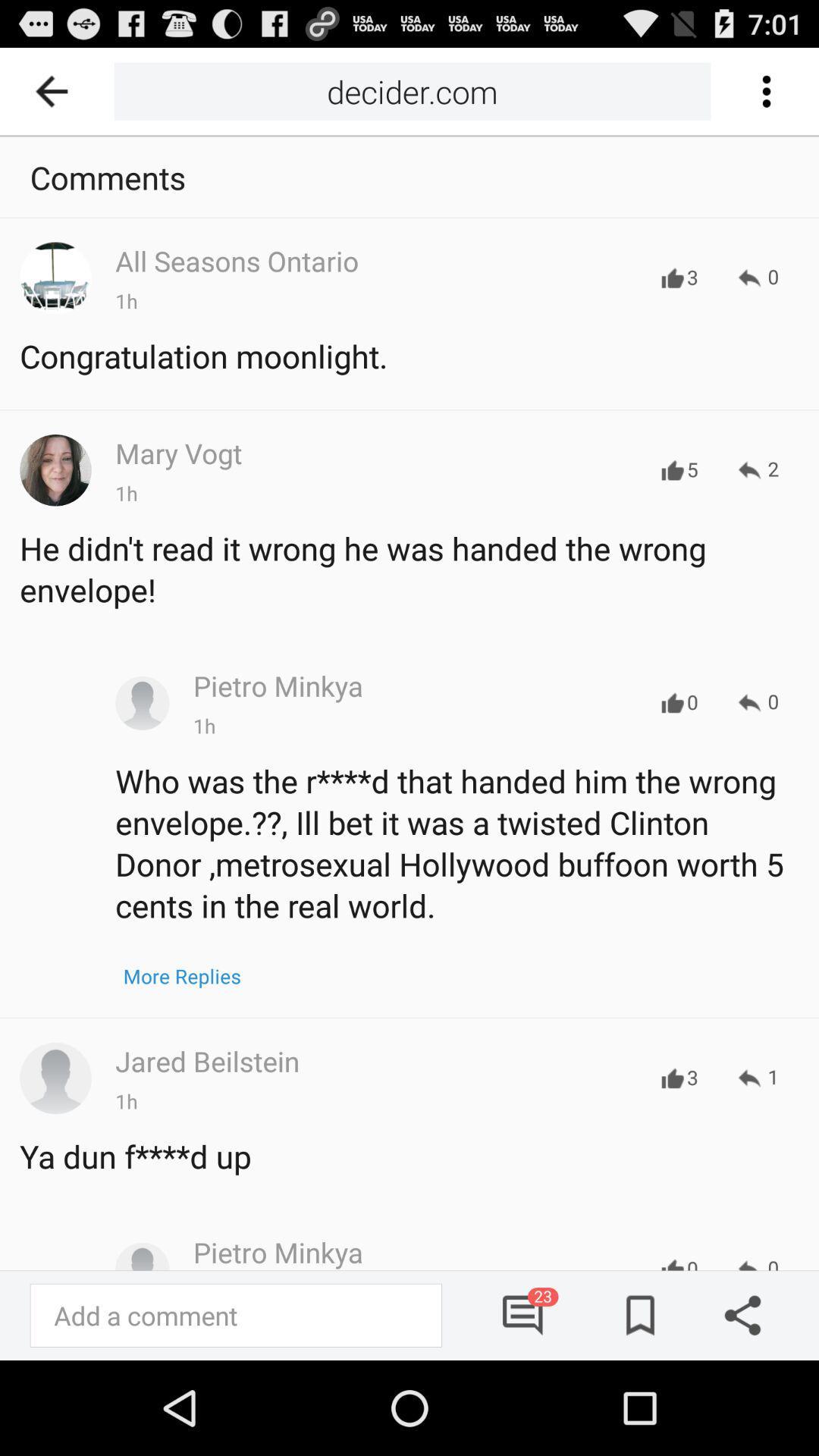 The width and height of the screenshot is (819, 1456). I want to click on the third reply icon, so click(758, 701).